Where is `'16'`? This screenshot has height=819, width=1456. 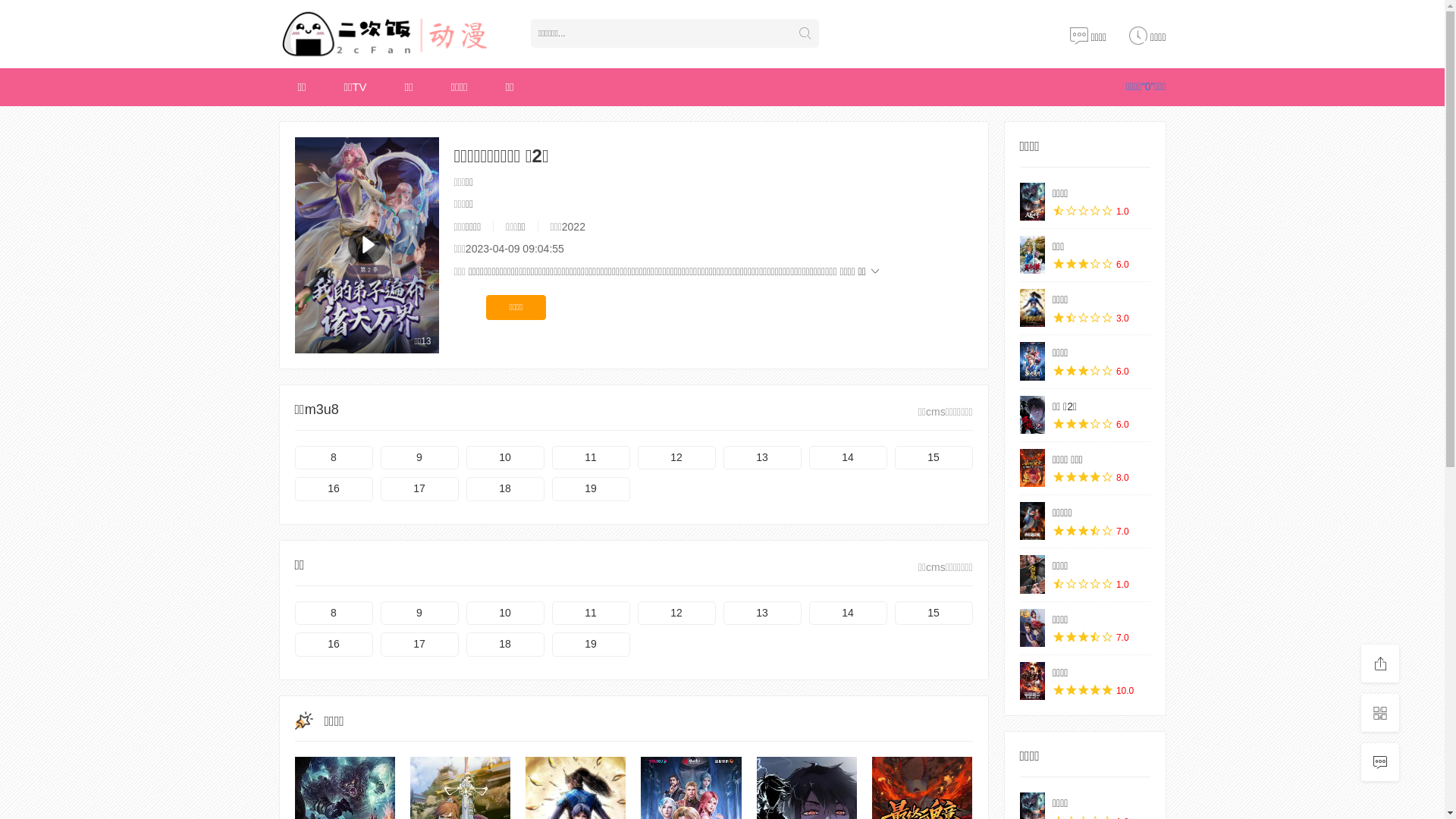
'16' is located at coordinates (332, 644).